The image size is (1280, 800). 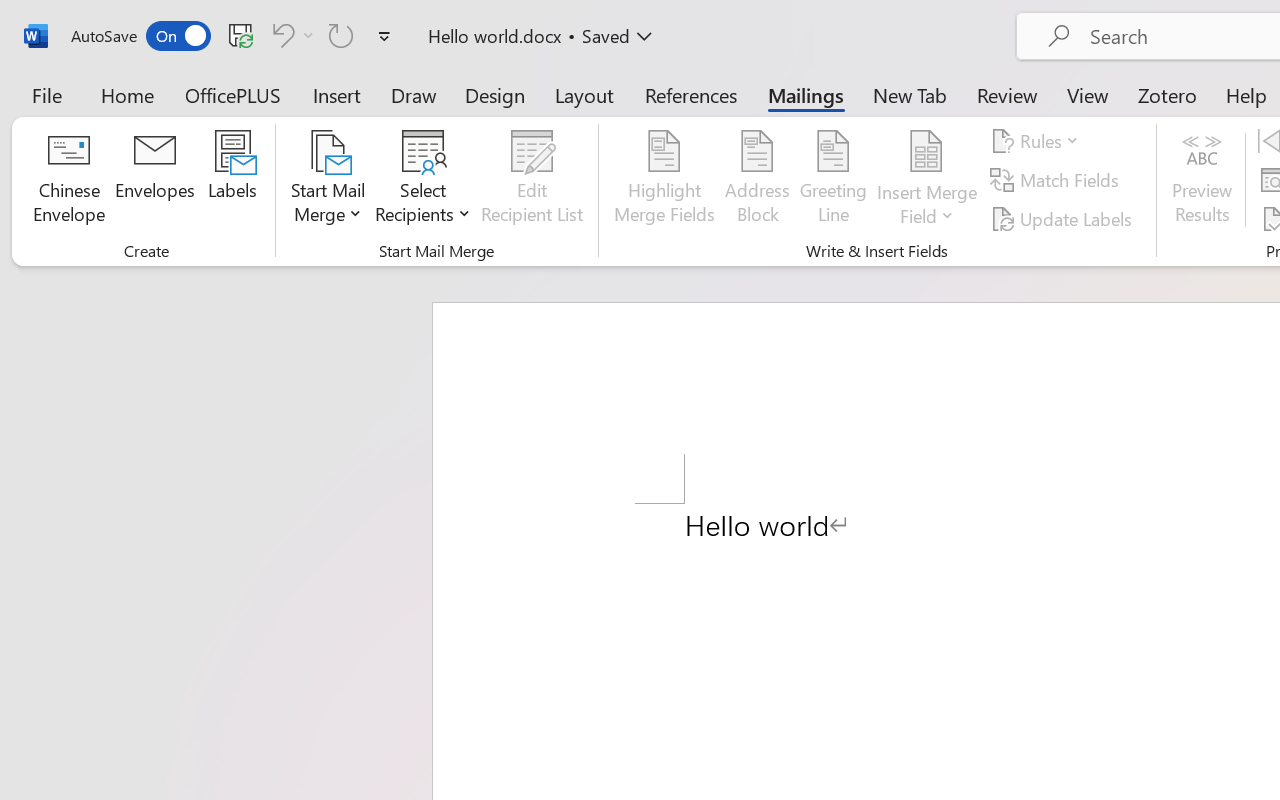 What do you see at coordinates (1007, 94) in the screenshot?
I see `'Review'` at bounding box center [1007, 94].